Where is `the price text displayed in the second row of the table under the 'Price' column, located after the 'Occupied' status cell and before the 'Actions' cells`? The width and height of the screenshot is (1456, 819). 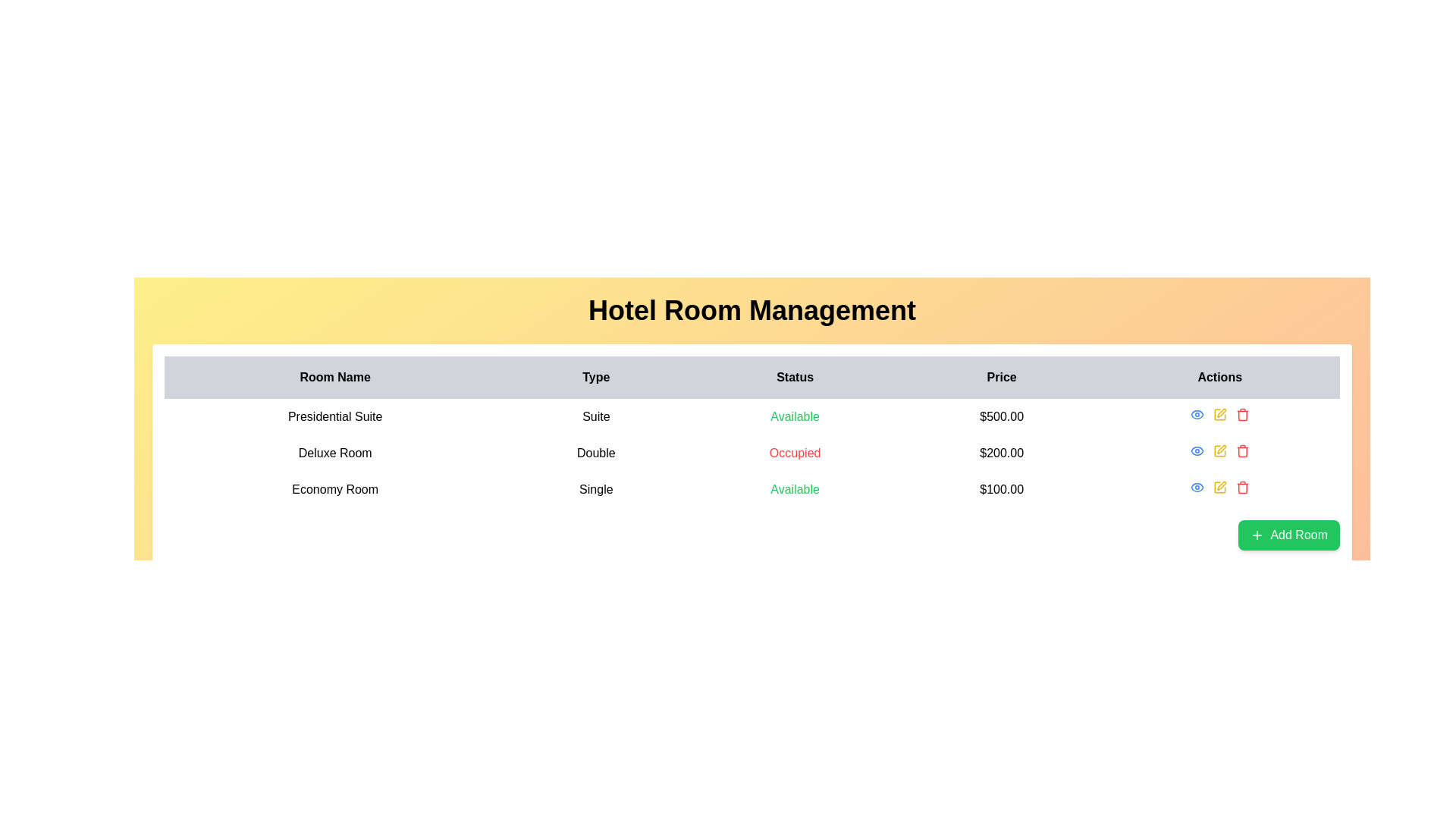 the price text displayed in the second row of the table under the 'Price' column, located after the 'Occupied' status cell and before the 'Actions' cells is located at coordinates (1002, 452).